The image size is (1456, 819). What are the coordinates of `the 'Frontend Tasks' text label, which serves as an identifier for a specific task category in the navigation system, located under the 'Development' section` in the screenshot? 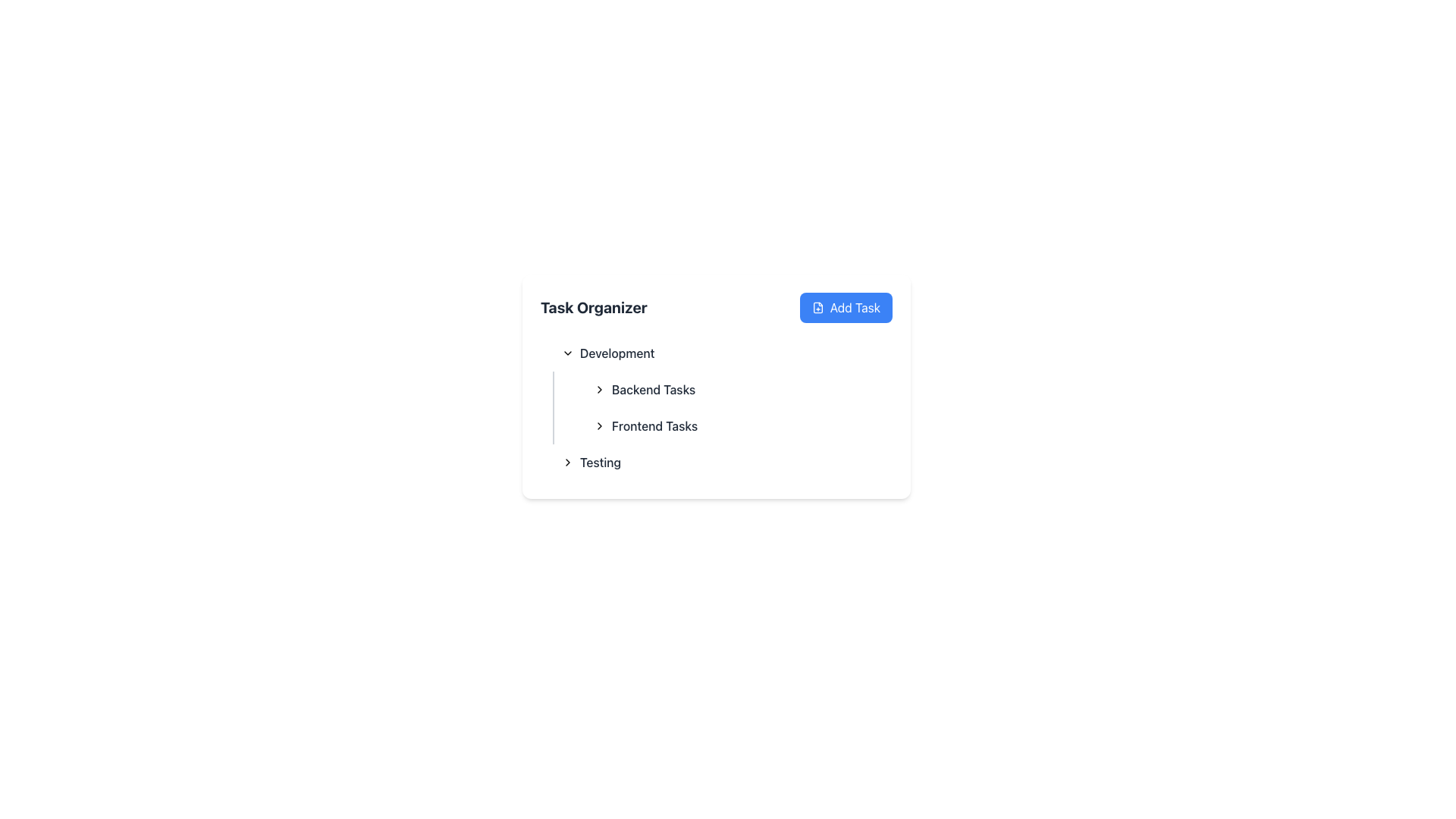 It's located at (654, 426).